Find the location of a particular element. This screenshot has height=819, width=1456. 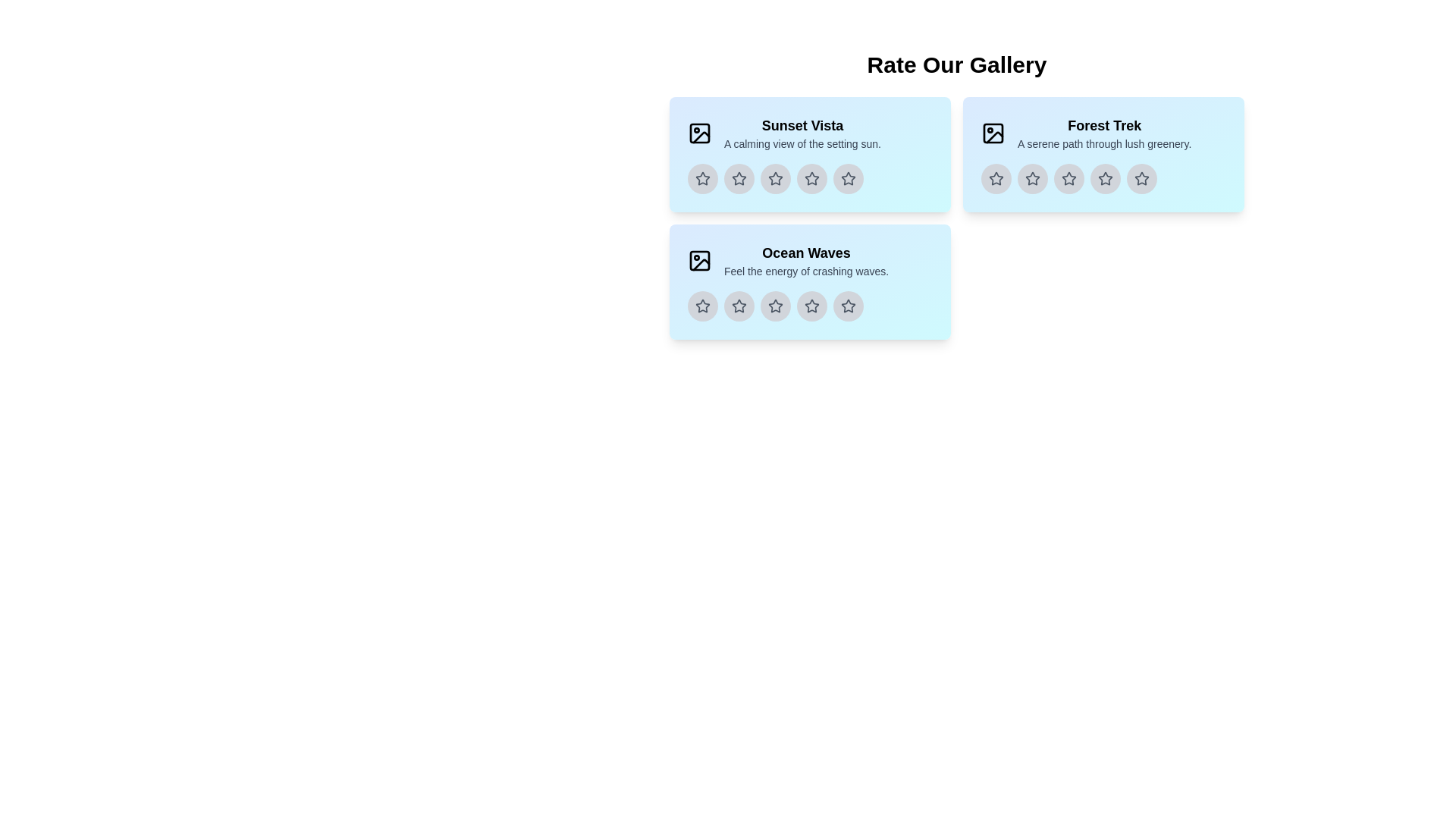

the second rating star located in the second row under the 'Ocean Waves' header is located at coordinates (775, 306).